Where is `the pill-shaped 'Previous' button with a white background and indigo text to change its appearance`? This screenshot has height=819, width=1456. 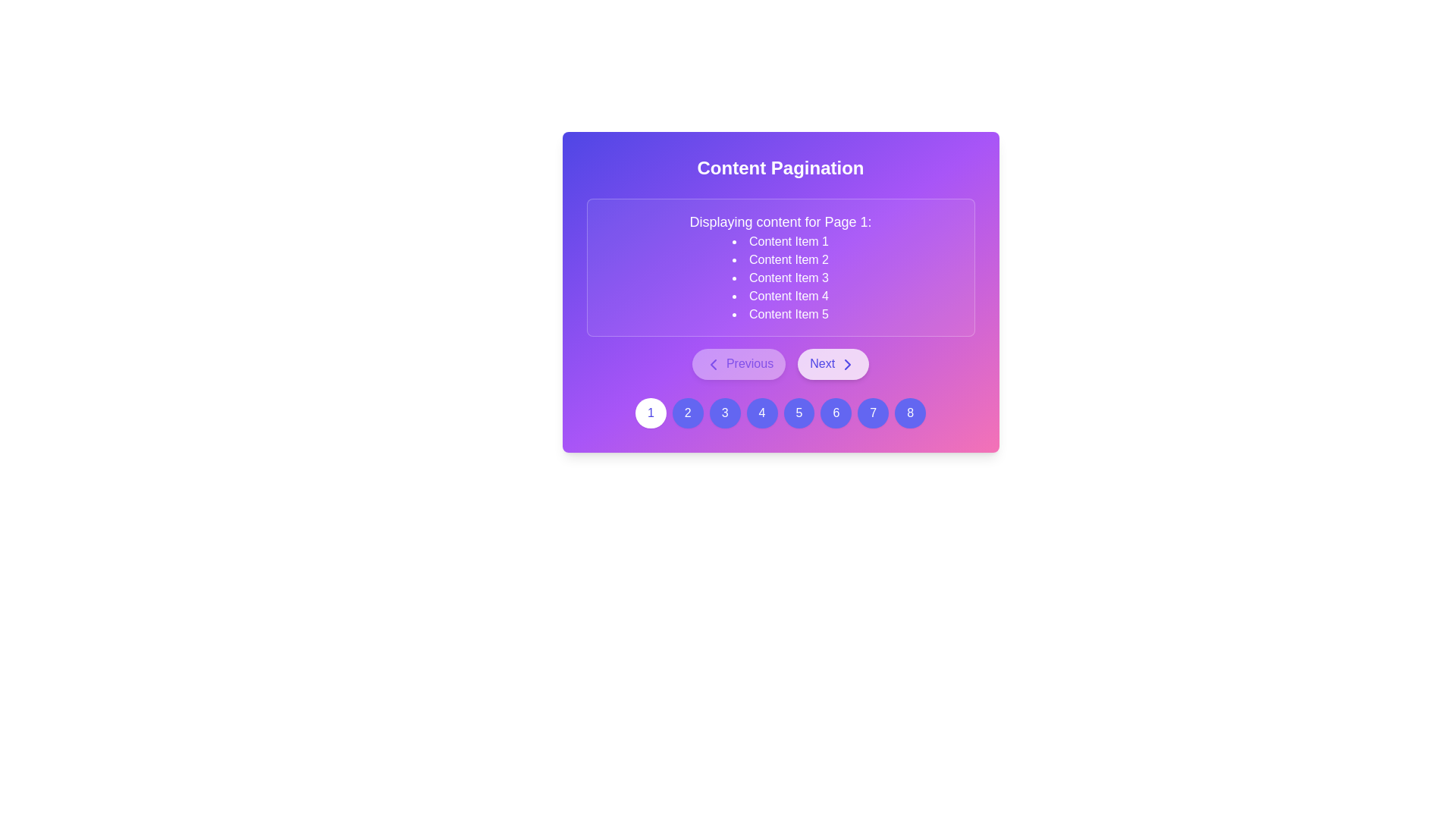 the pill-shaped 'Previous' button with a white background and indigo text to change its appearance is located at coordinates (739, 364).